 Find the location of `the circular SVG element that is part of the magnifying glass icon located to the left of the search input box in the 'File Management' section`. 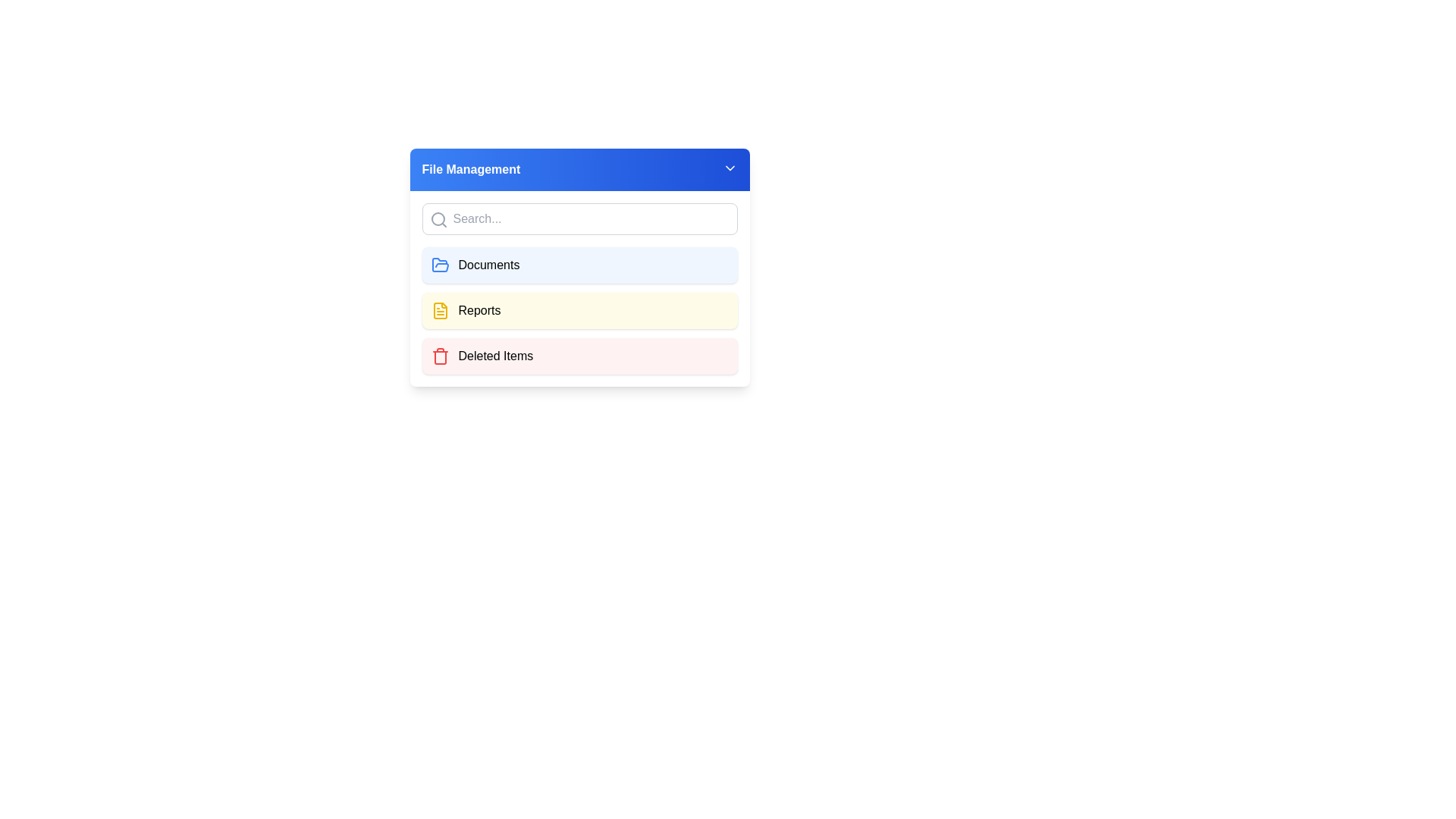

the circular SVG element that is part of the magnifying glass icon located to the left of the search input box in the 'File Management' section is located at coordinates (437, 219).